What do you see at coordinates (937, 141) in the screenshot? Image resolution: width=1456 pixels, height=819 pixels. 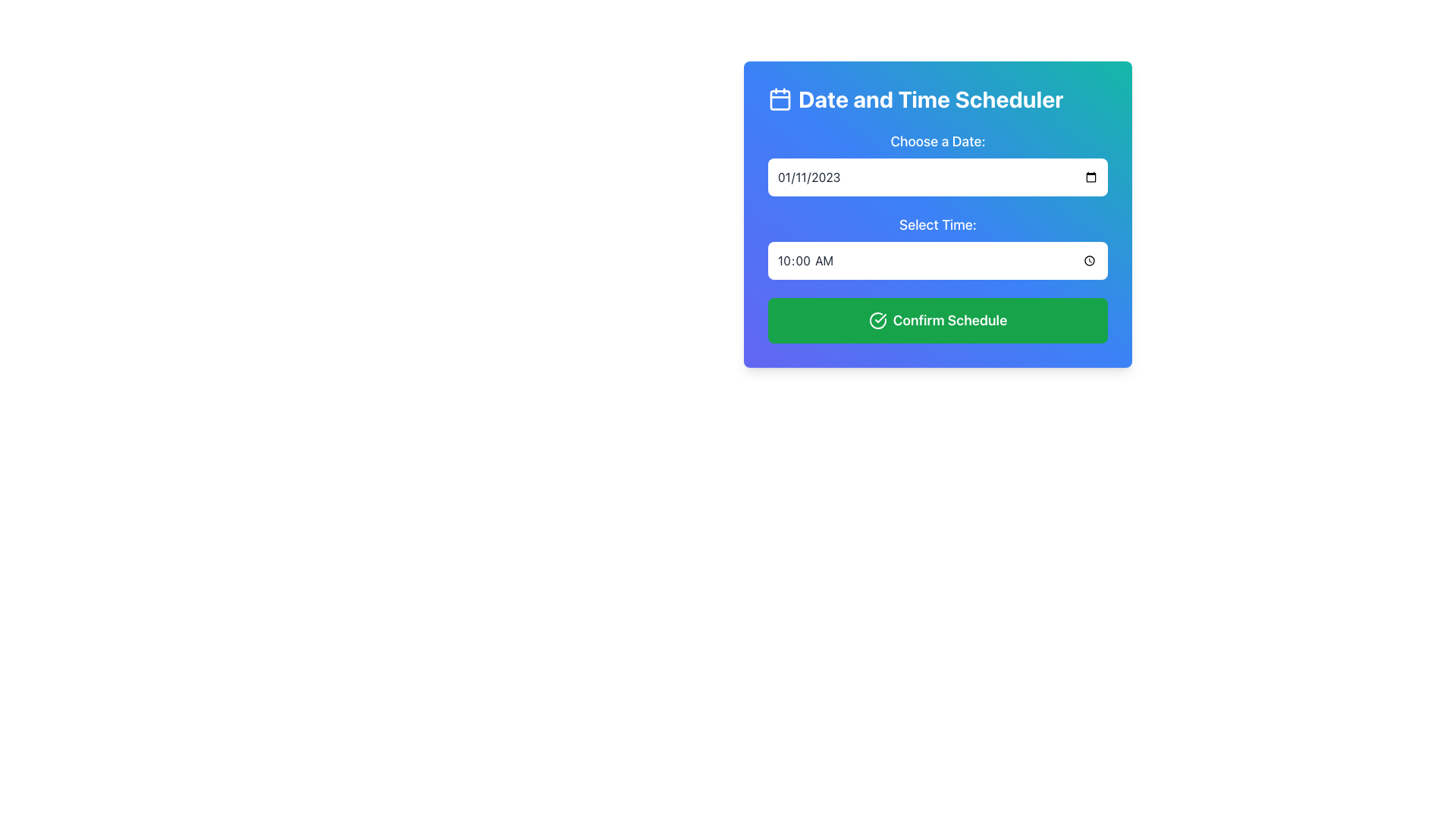 I see `the text label that reads 'Choose a Date:' which is located at the top of the 'Date and Time Scheduler' UI section, above the date input field` at bounding box center [937, 141].